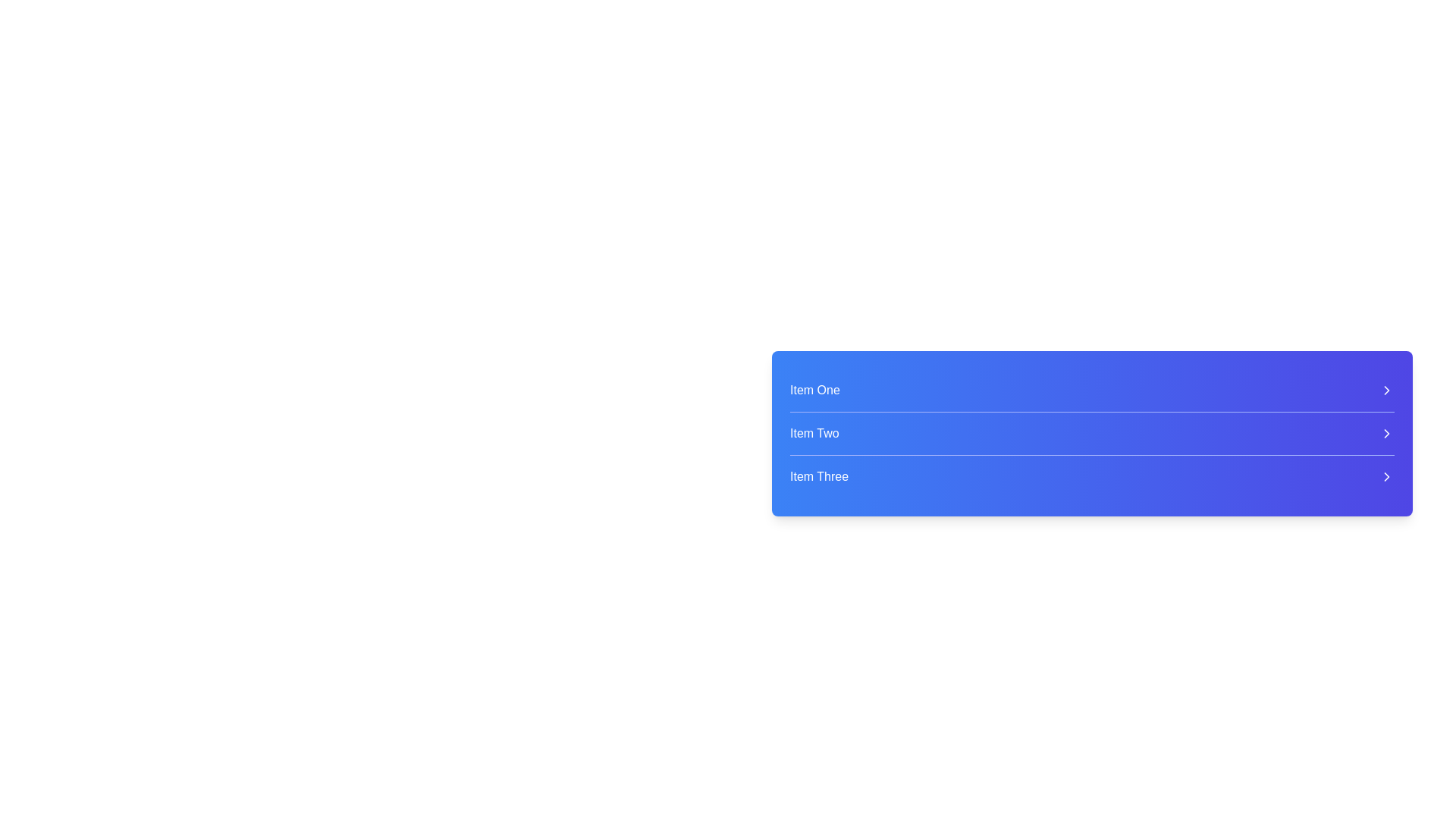 Image resolution: width=1456 pixels, height=819 pixels. I want to click on chevron SVG icon for the 'Item Three' menu entry located at the far right of the third row in the vertically stacked menu interface, so click(1386, 390).